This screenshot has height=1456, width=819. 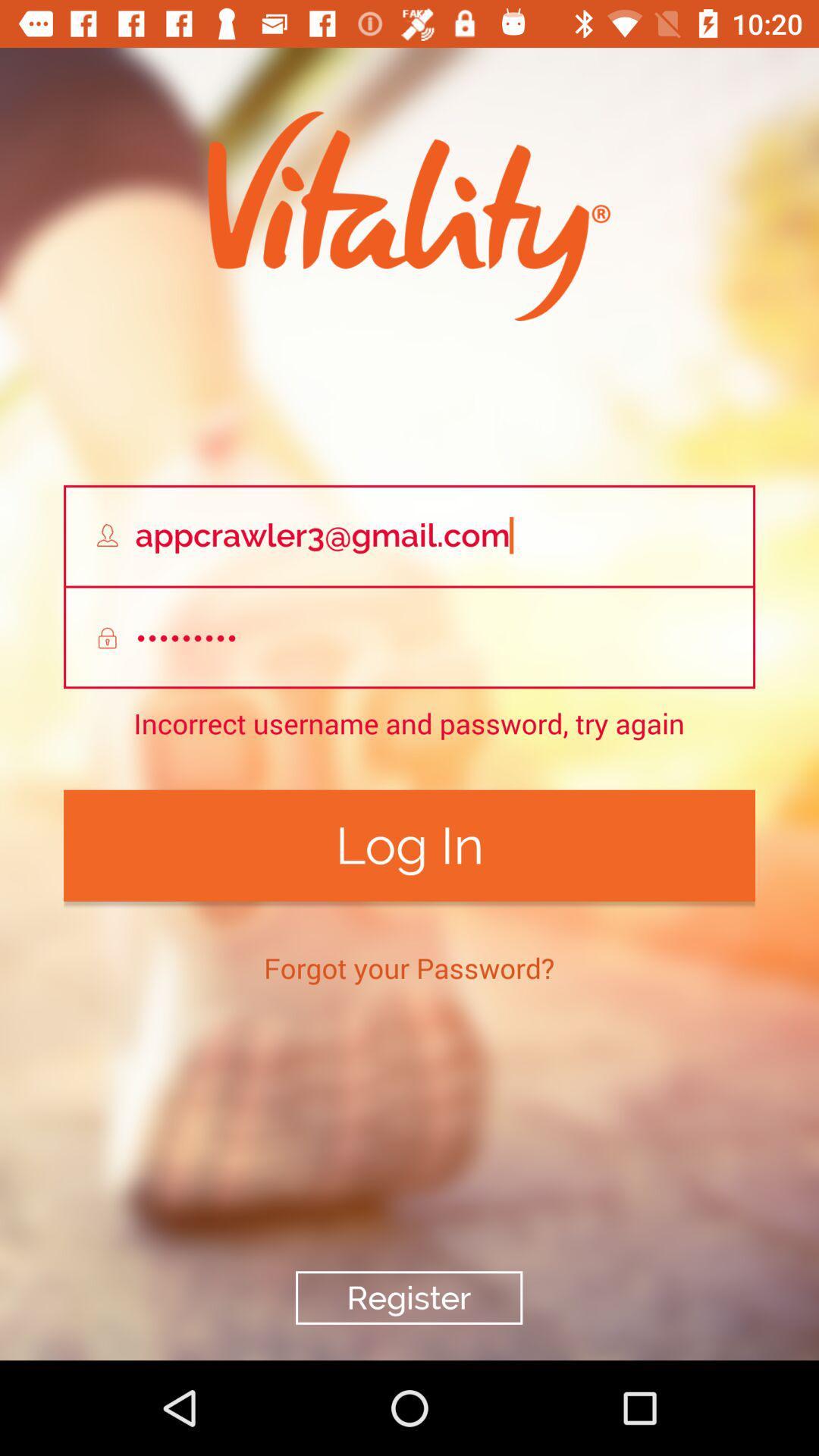 What do you see at coordinates (409, 845) in the screenshot?
I see `log in` at bounding box center [409, 845].